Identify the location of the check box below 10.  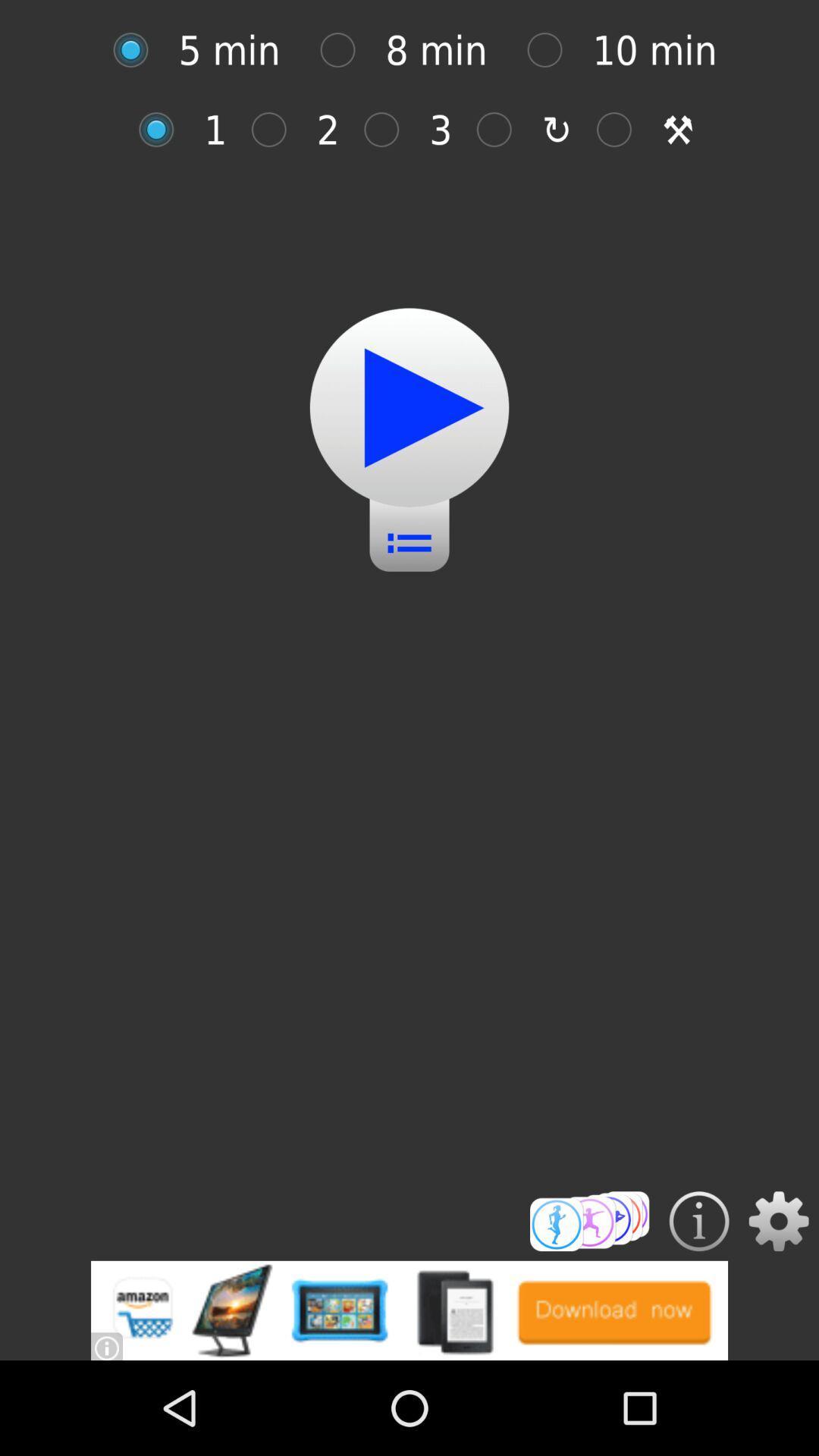
(622, 130).